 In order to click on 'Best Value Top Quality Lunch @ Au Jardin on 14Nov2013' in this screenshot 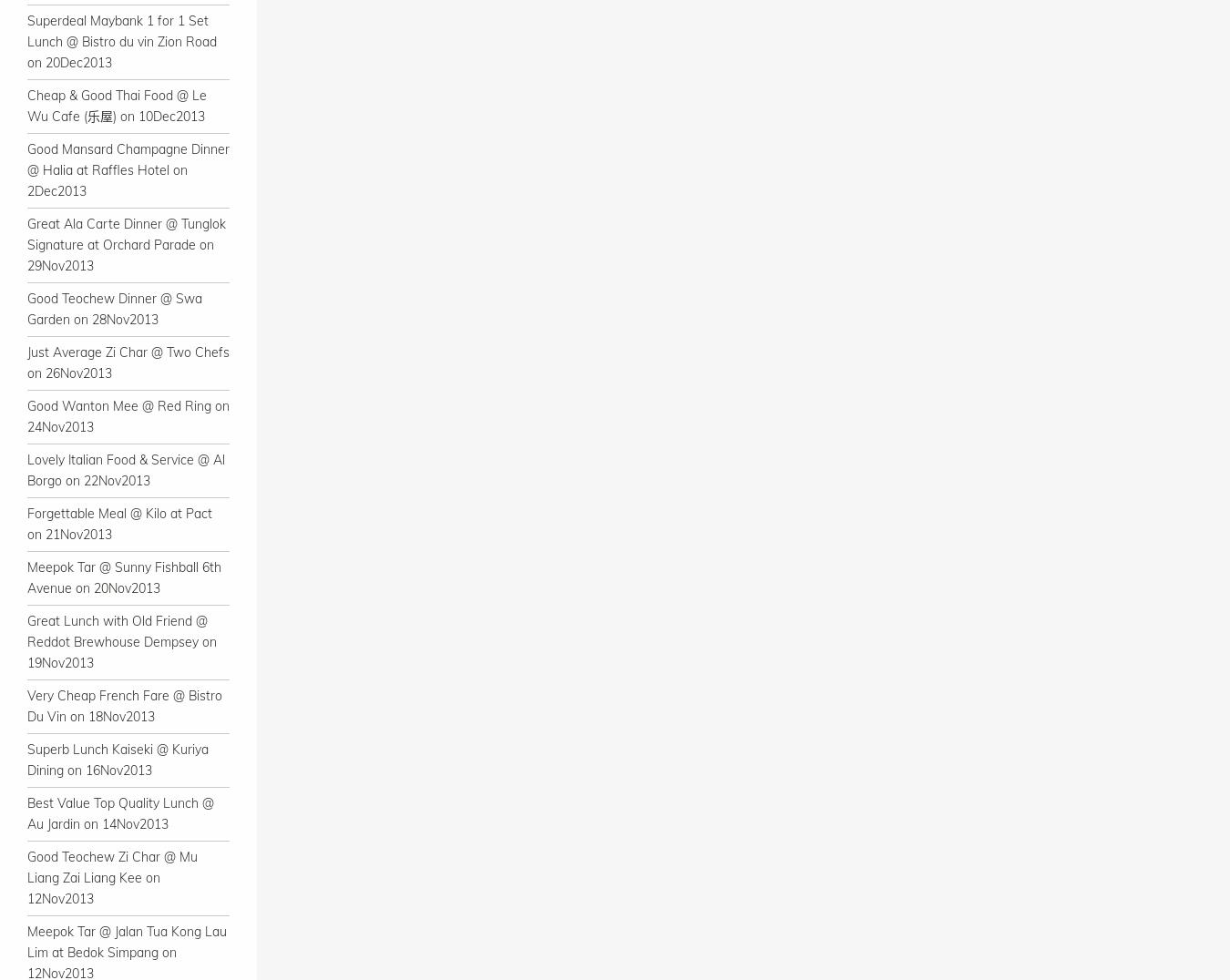, I will do `click(120, 813)`.